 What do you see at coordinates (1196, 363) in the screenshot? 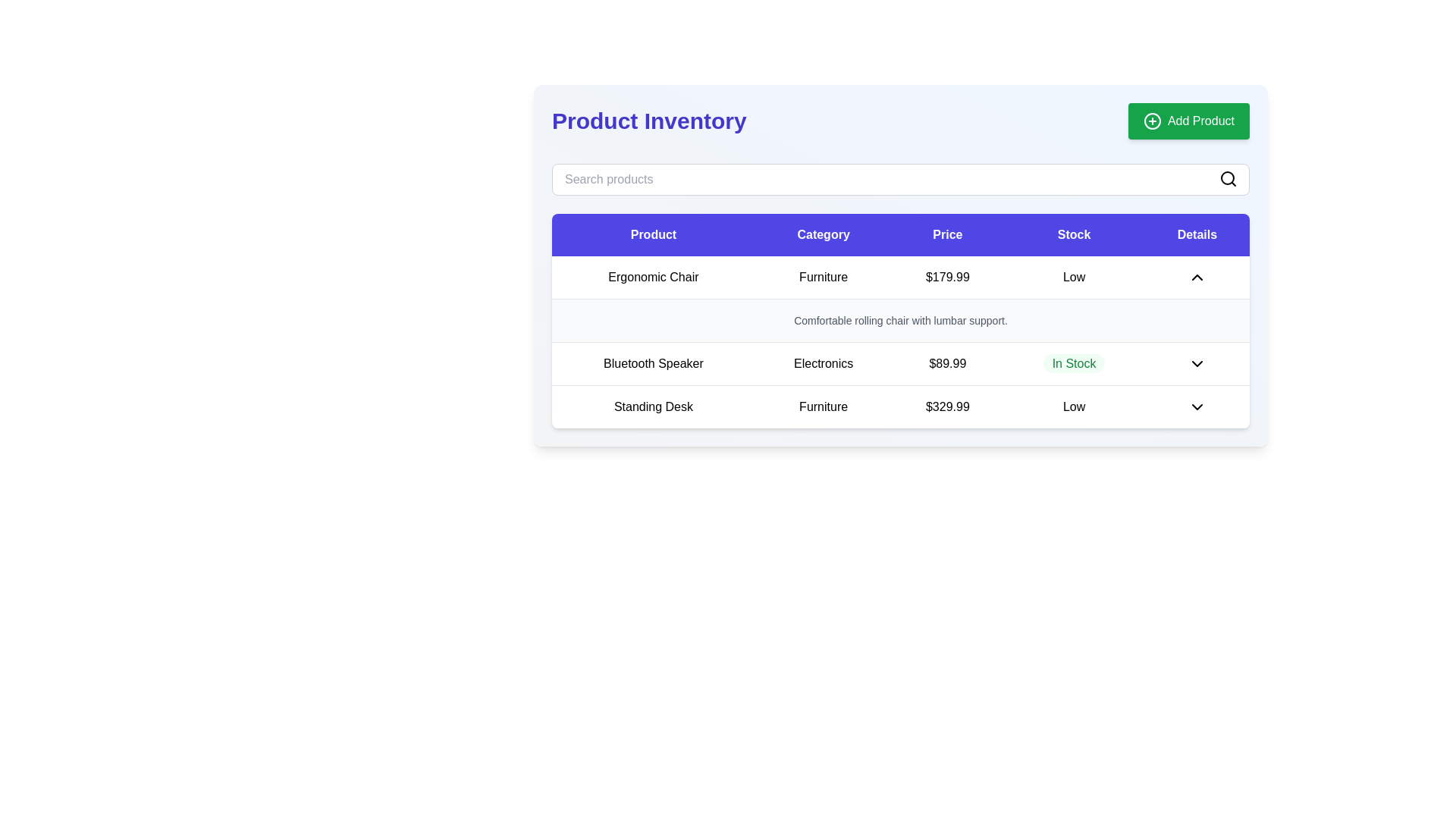
I see `the dropdown trigger icon located in the 'Details' column of the 'Bluetooth Speaker' row` at bounding box center [1196, 363].